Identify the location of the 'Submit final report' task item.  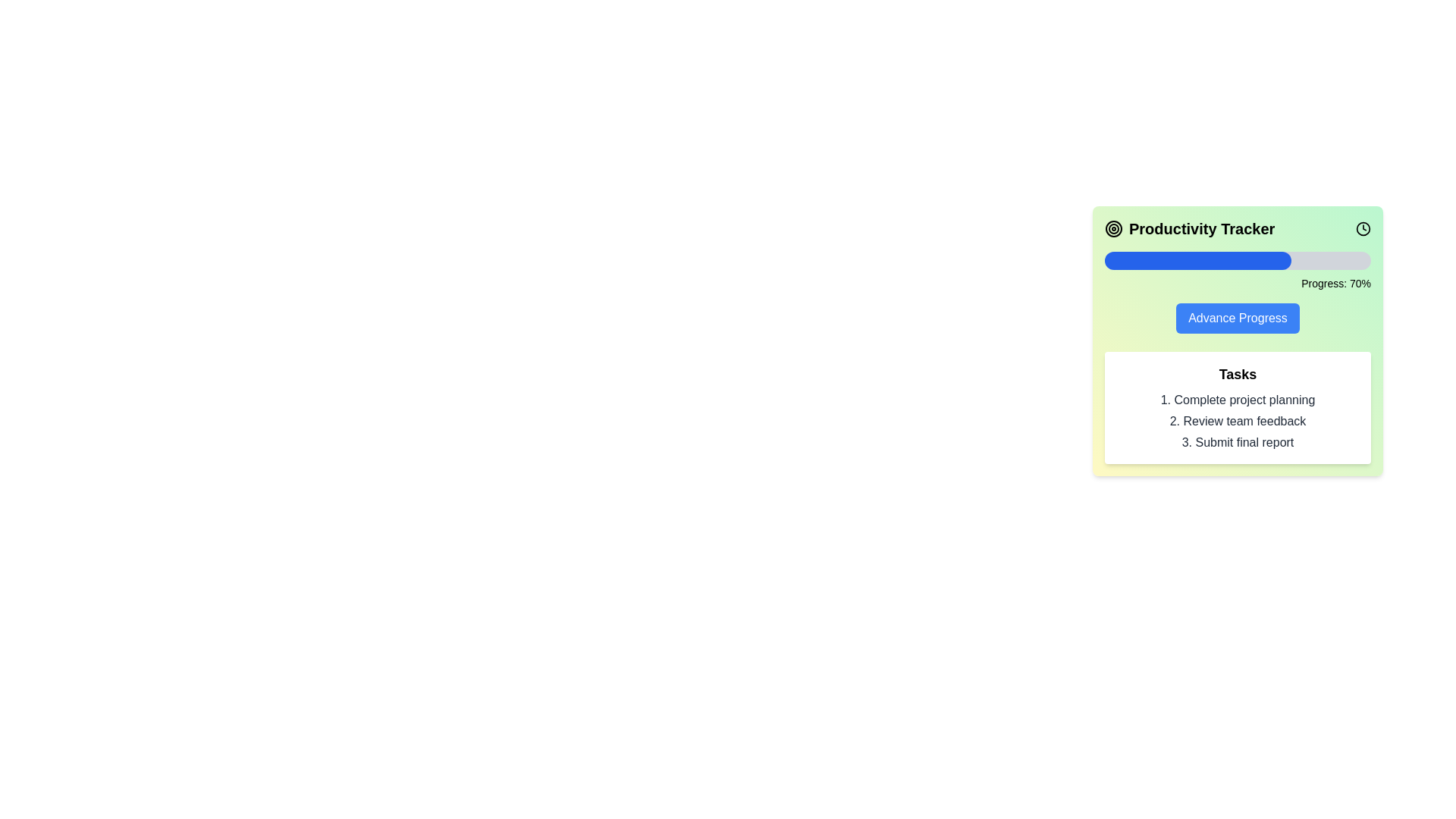
(1238, 442).